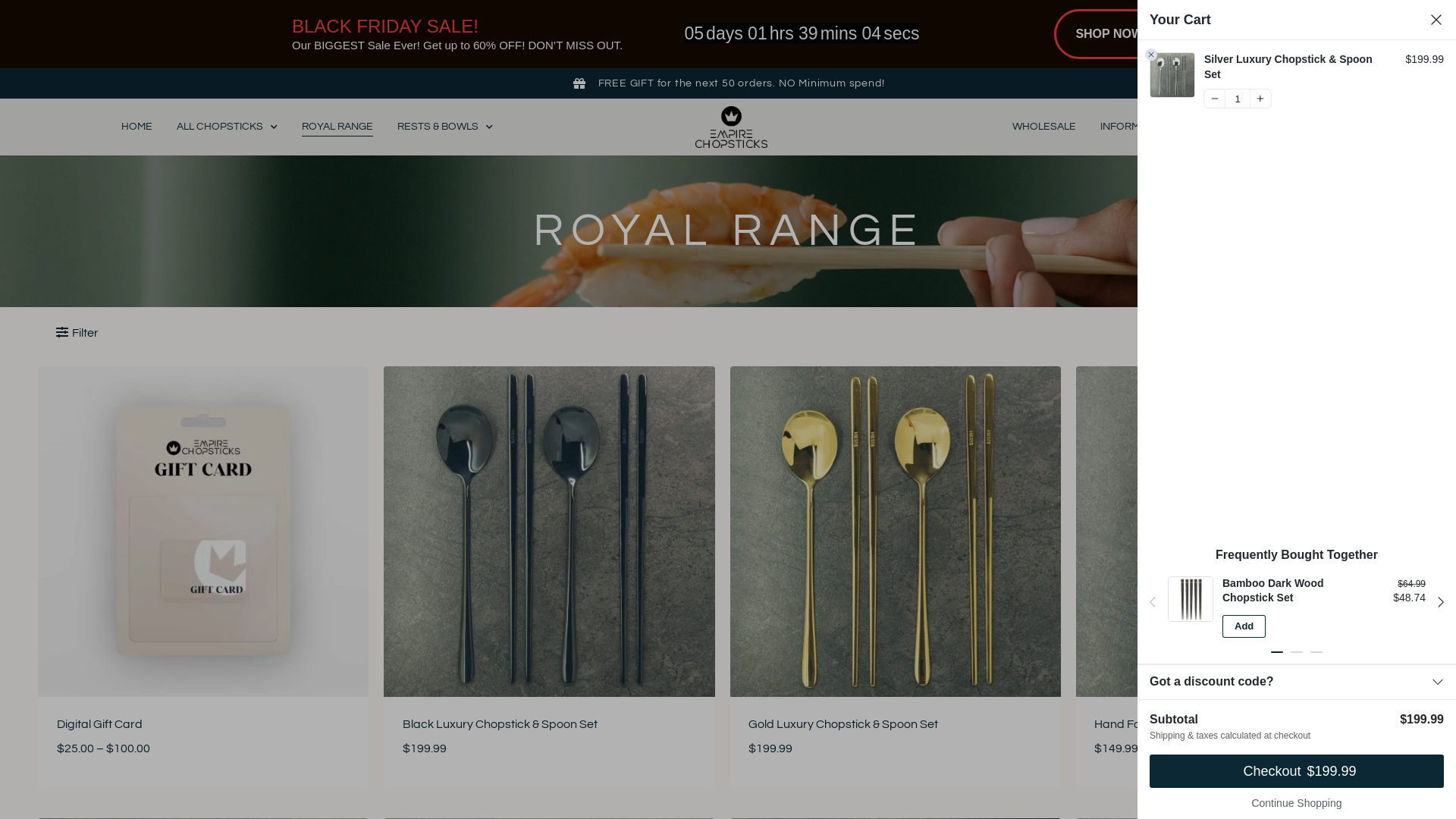 Image resolution: width=1456 pixels, height=819 pixels. I want to click on 'CONTACT US', so click(1241, 126).